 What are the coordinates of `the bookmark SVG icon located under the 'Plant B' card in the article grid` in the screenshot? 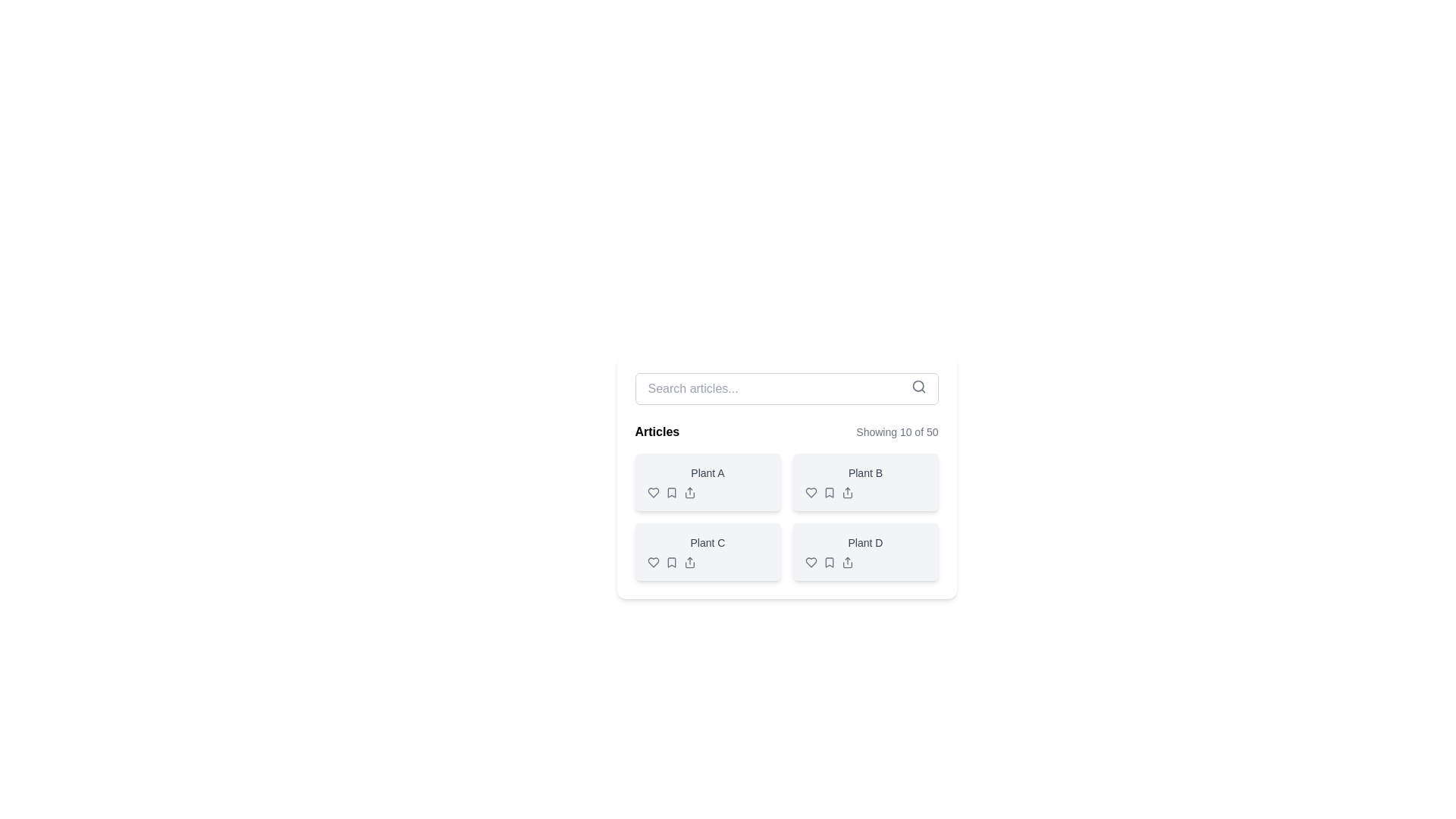 It's located at (828, 493).